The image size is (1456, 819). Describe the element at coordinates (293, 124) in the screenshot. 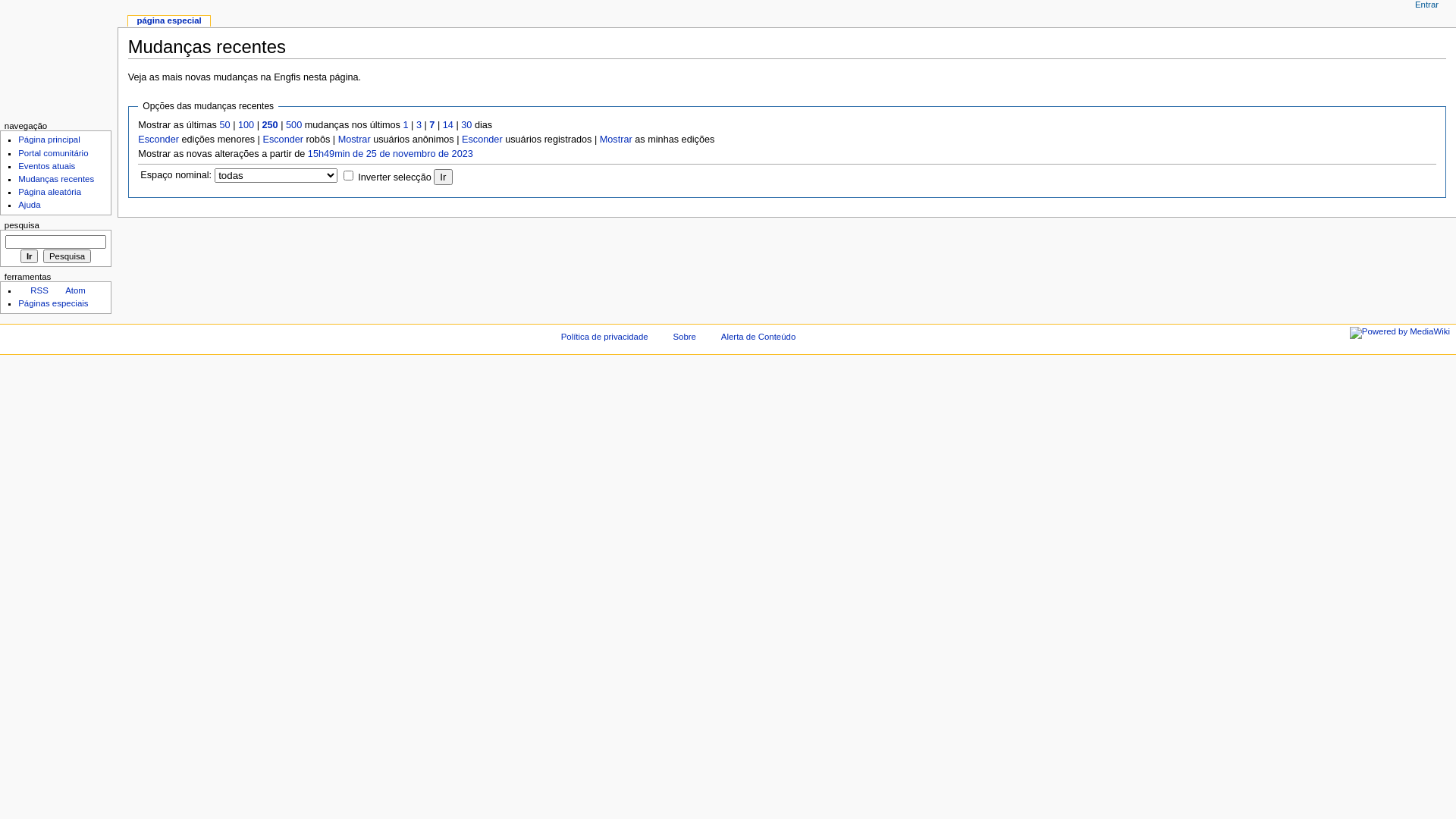

I see `'500'` at that location.